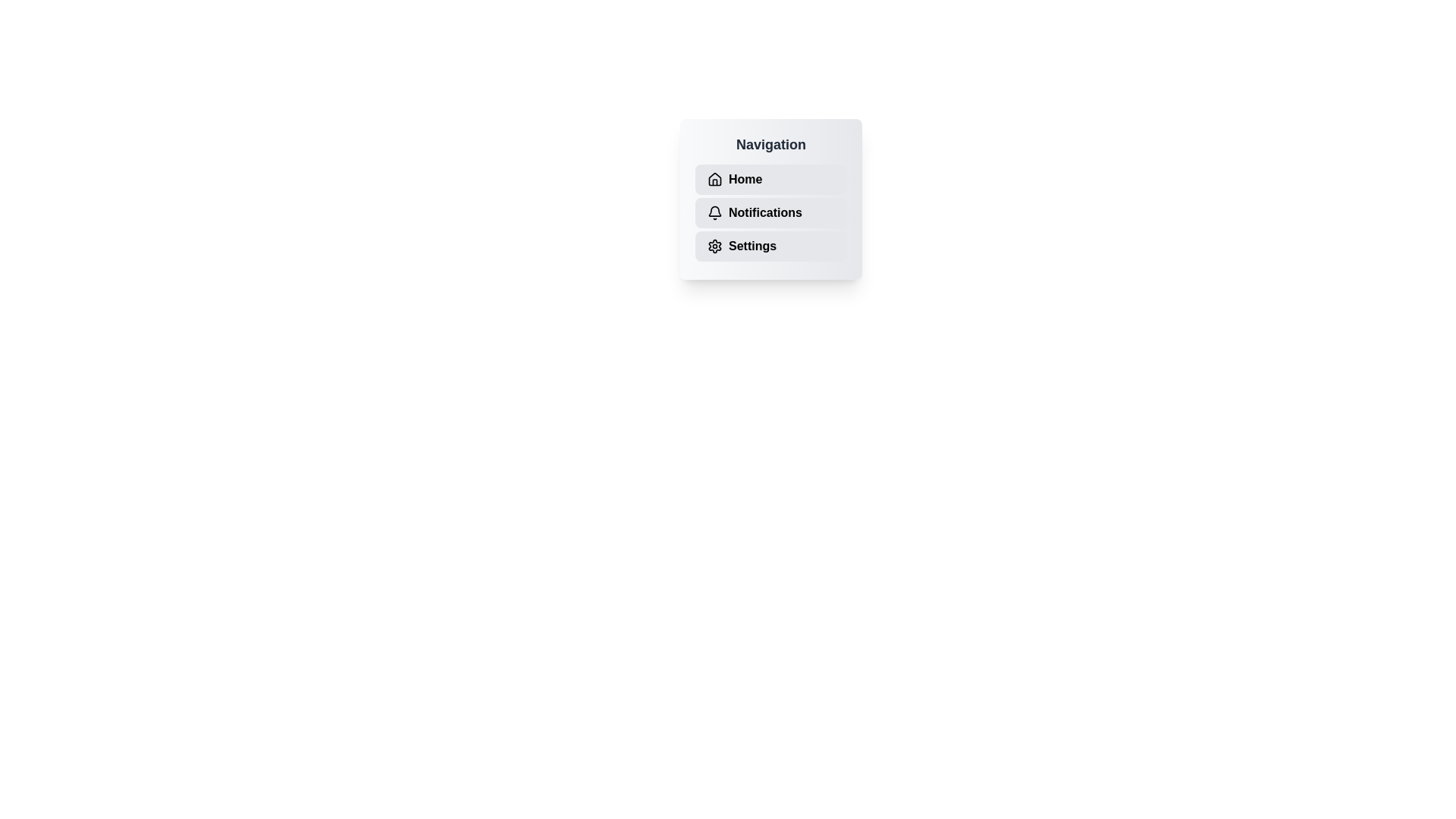 This screenshot has width=1456, height=819. What do you see at coordinates (771, 213) in the screenshot?
I see `the navigation item Notifications to observe hover effects` at bounding box center [771, 213].